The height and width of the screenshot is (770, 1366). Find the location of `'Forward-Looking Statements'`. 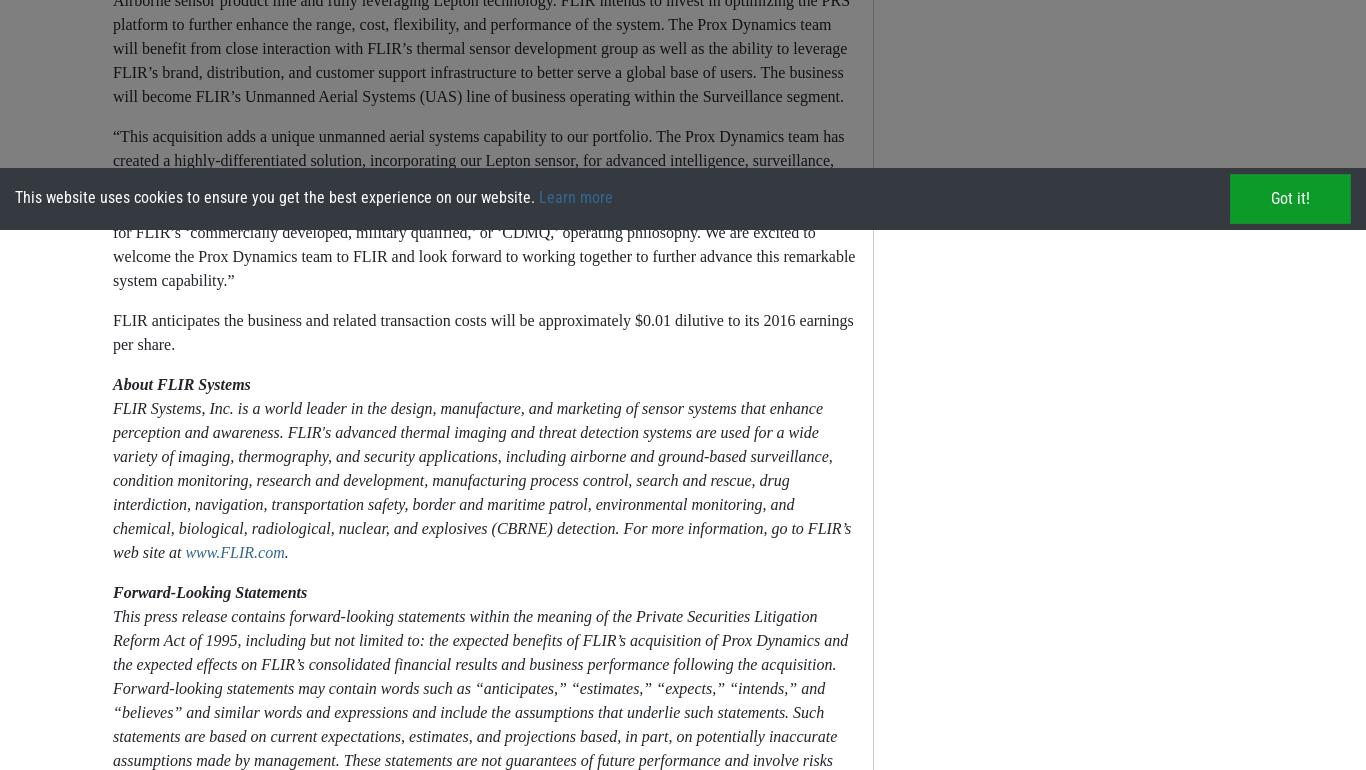

'Forward-Looking Statements' is located at coordinates (208, 591).